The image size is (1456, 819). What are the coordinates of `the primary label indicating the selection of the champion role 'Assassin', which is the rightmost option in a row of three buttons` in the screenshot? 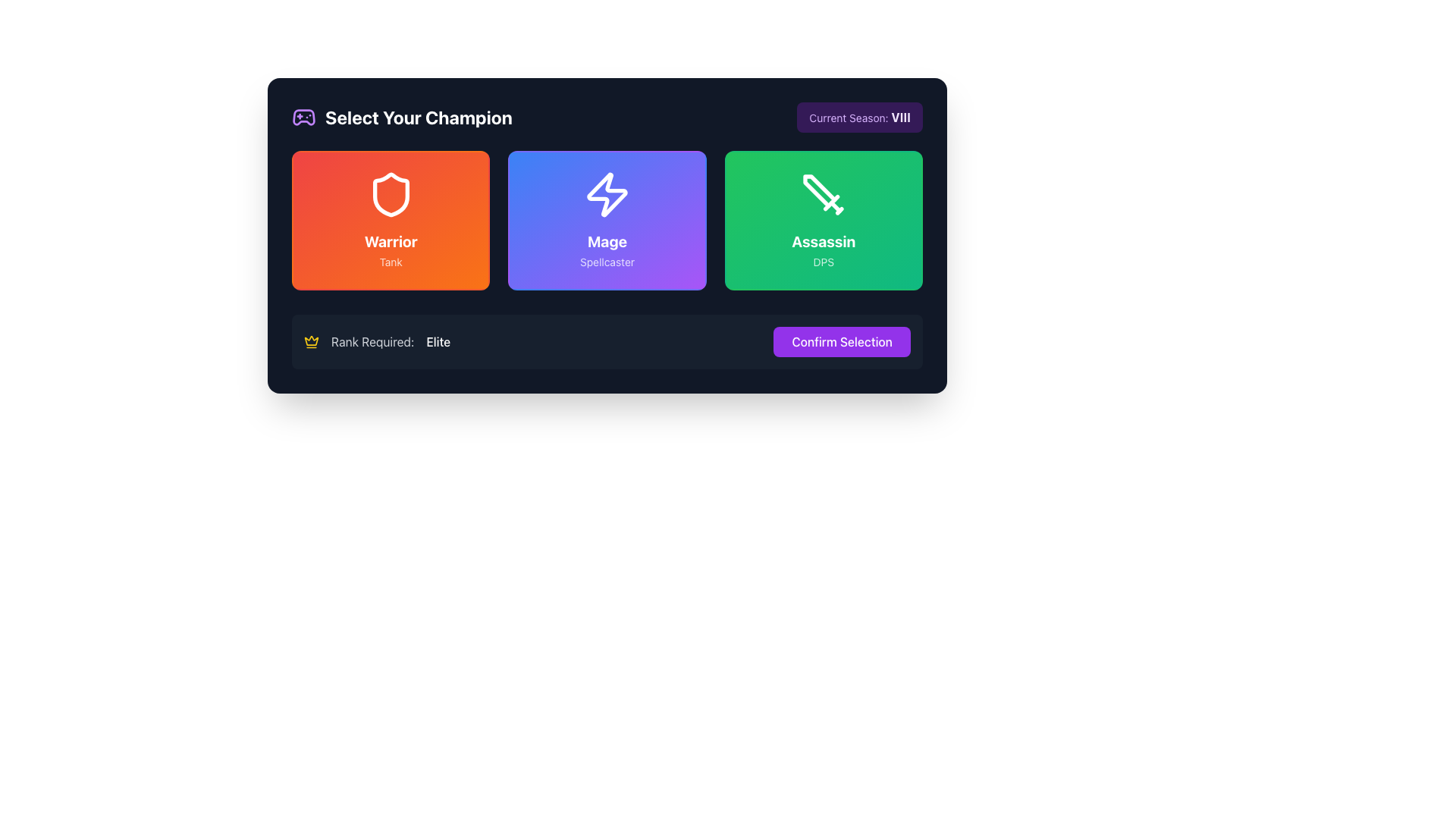 It's located at (823, 241).